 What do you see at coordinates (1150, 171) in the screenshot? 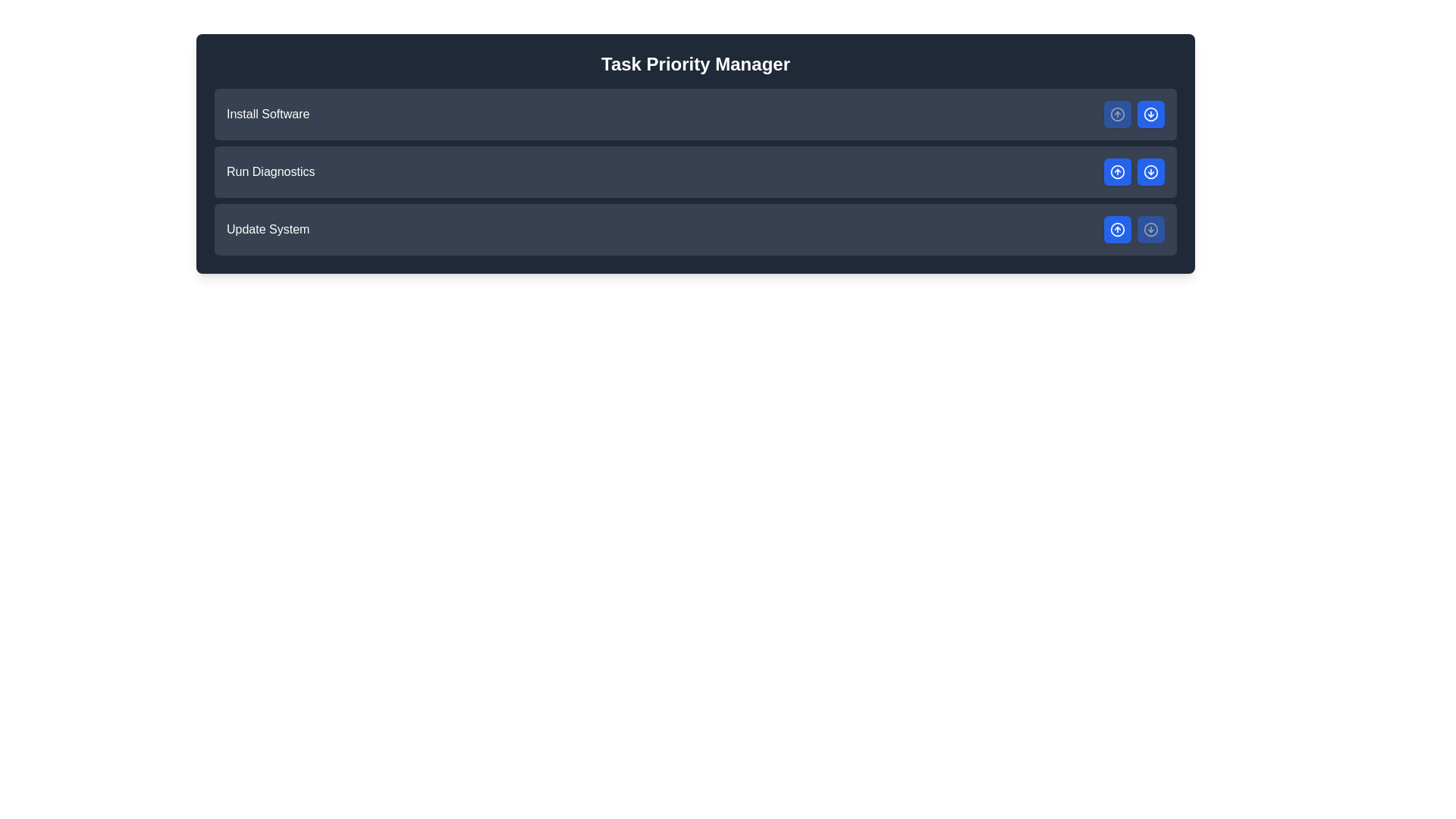
I see `the second button` at bounding box center [1150, 171].